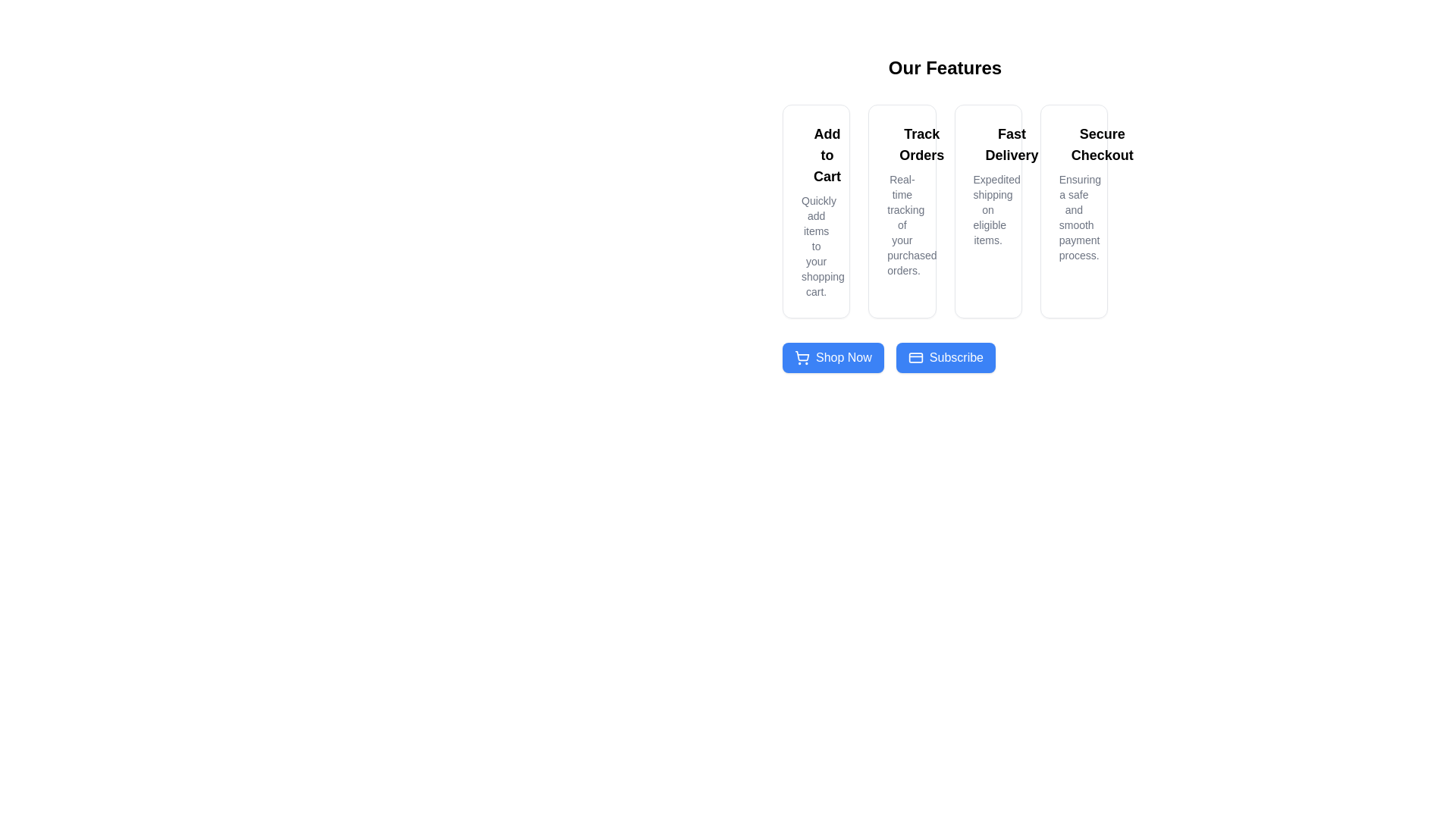 The width and height of the screenshot is (1456, 819). What do you see at coordinates (902, 225) in the screenshot?
I see `description text located below the 'Track Orders' heading, which provides additional information about the 'Track Orders' feature, situated in the second feature card from the left in the 'Our Features' section` at bounding box center [902, 225].